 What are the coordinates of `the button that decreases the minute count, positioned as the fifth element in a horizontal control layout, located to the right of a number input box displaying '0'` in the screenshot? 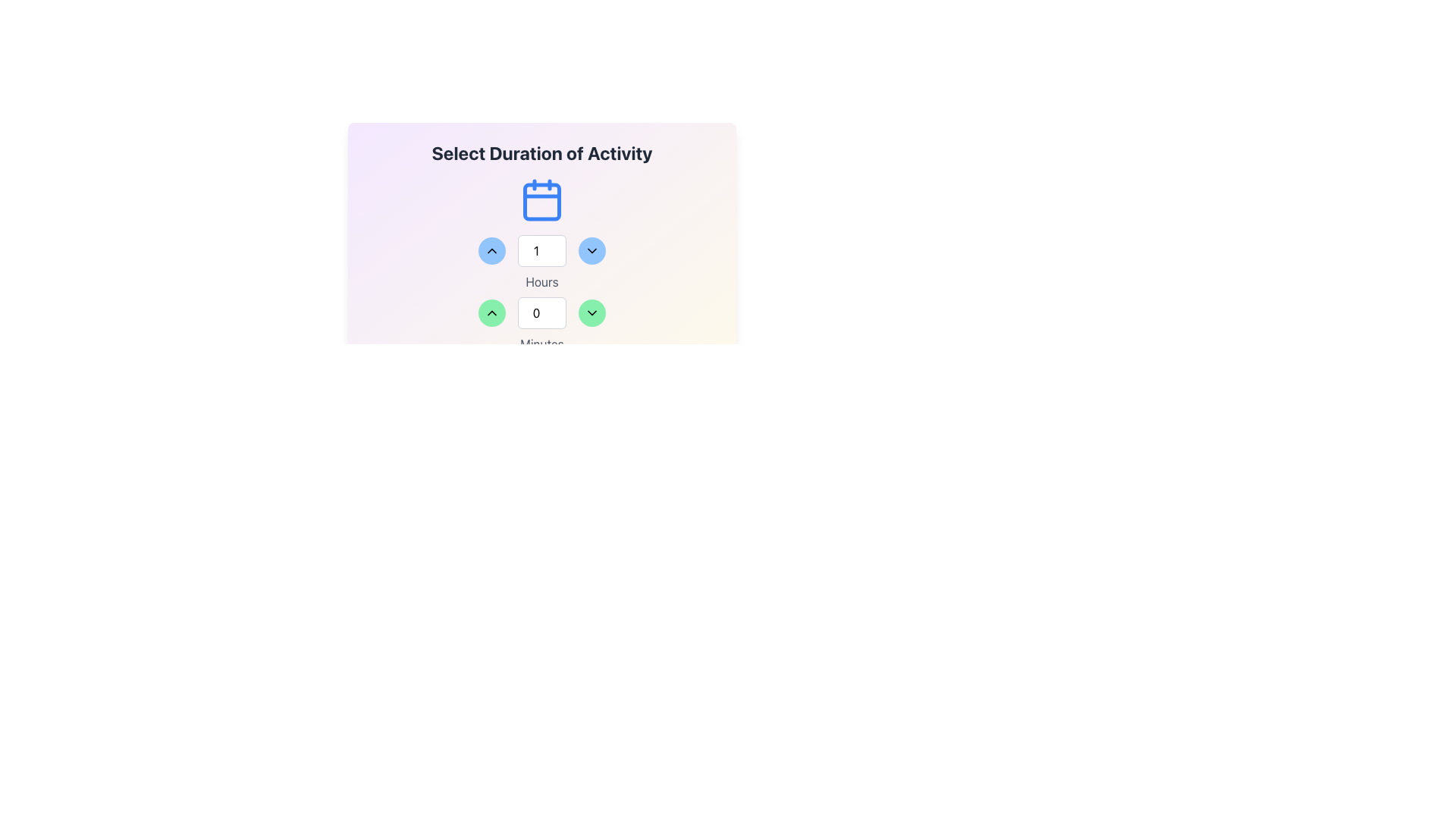 It's located at (591, 312).